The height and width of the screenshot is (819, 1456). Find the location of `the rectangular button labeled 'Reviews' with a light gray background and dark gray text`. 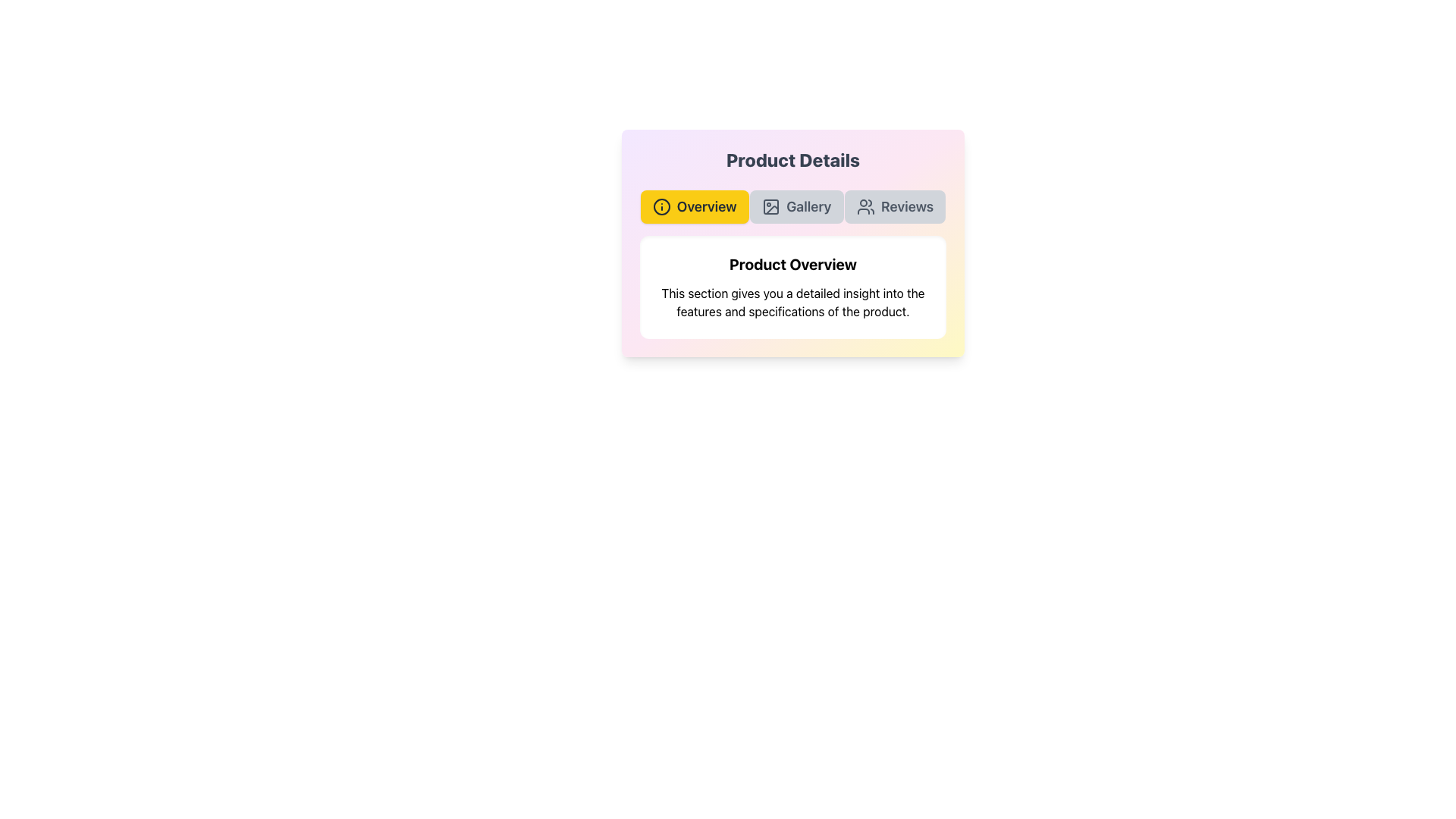

the rectangular button labeled 'Reviews' with a light gray background and dark gray text is located at coordinates (895, 207).